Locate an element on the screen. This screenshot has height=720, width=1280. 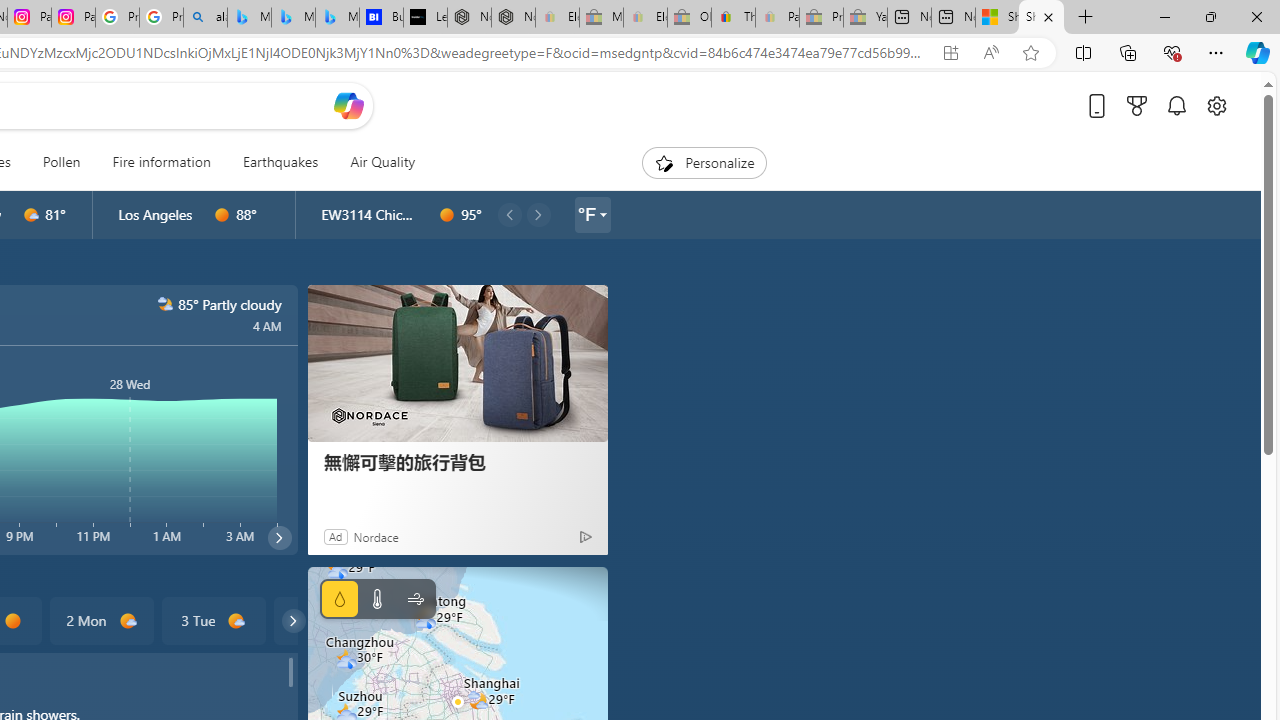
'Open settings' is located at coordinates (1215, 105).